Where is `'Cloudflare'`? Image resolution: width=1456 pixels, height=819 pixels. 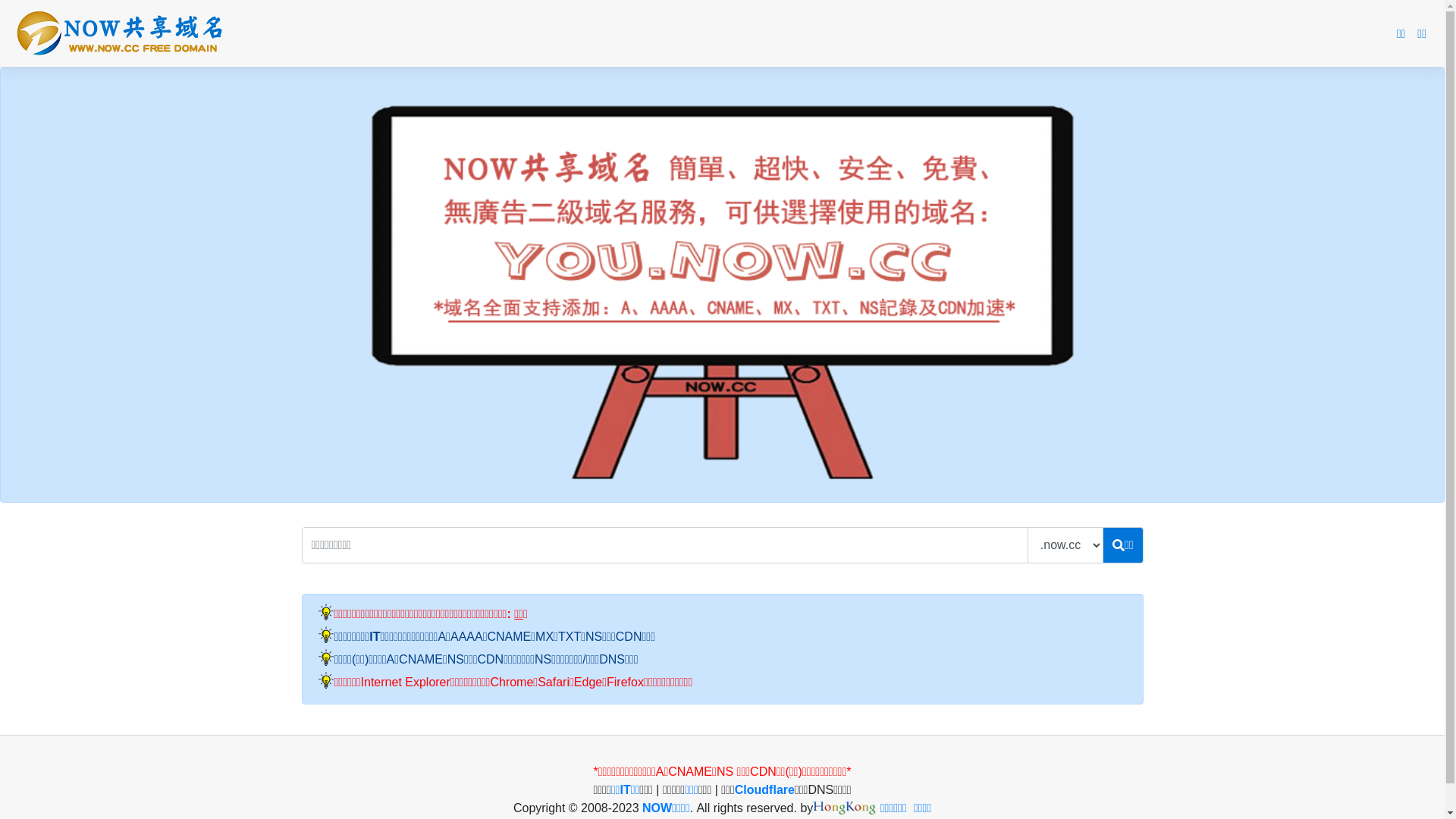
'Cloudflare' is located at coordinates (764, 789).